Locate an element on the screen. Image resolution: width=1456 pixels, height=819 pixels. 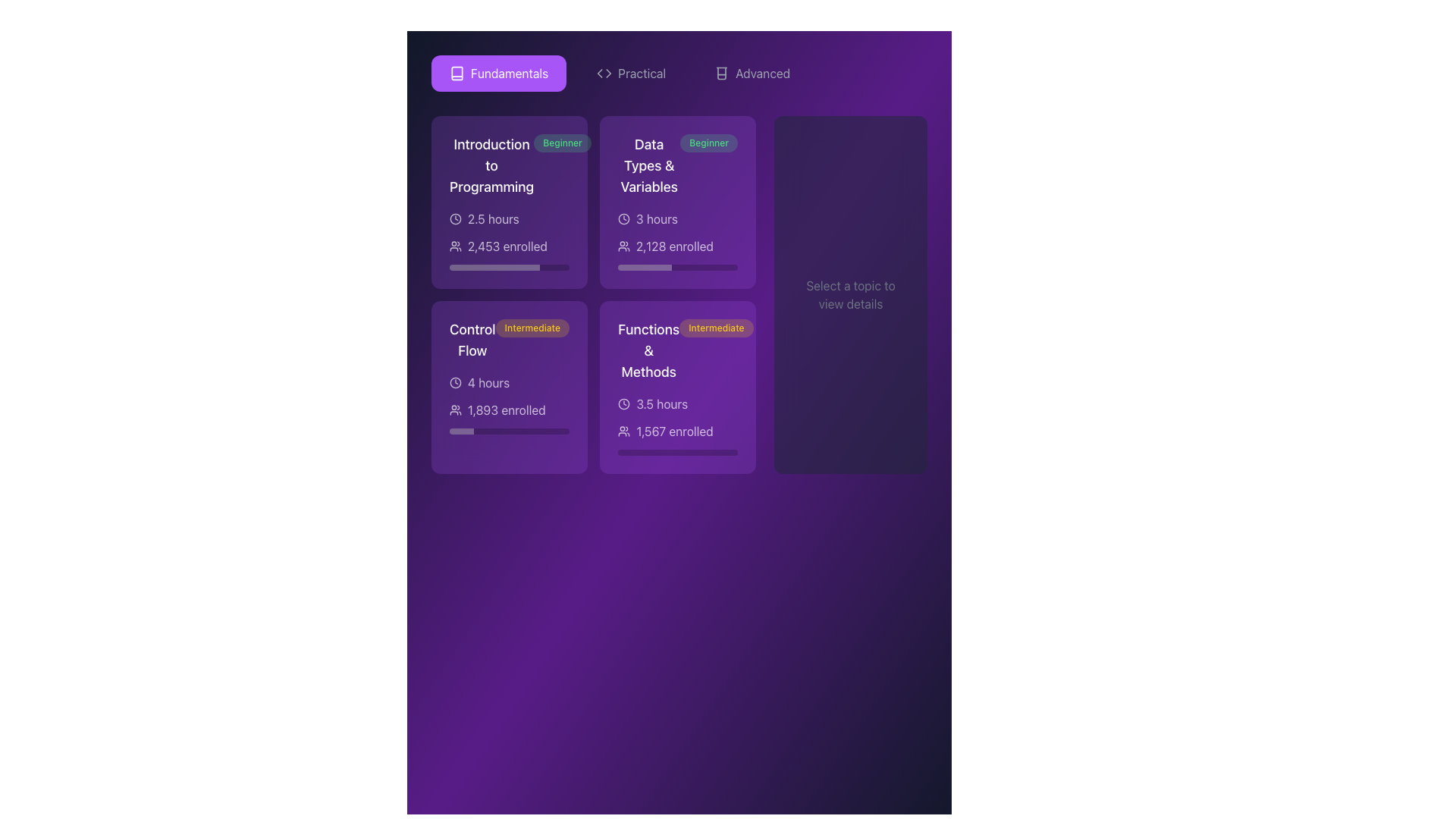
the white progress indicator bar segment located at the bottom of the 'Data Types & Variables' card by clicking on its center is located at coordinates (645, 267).